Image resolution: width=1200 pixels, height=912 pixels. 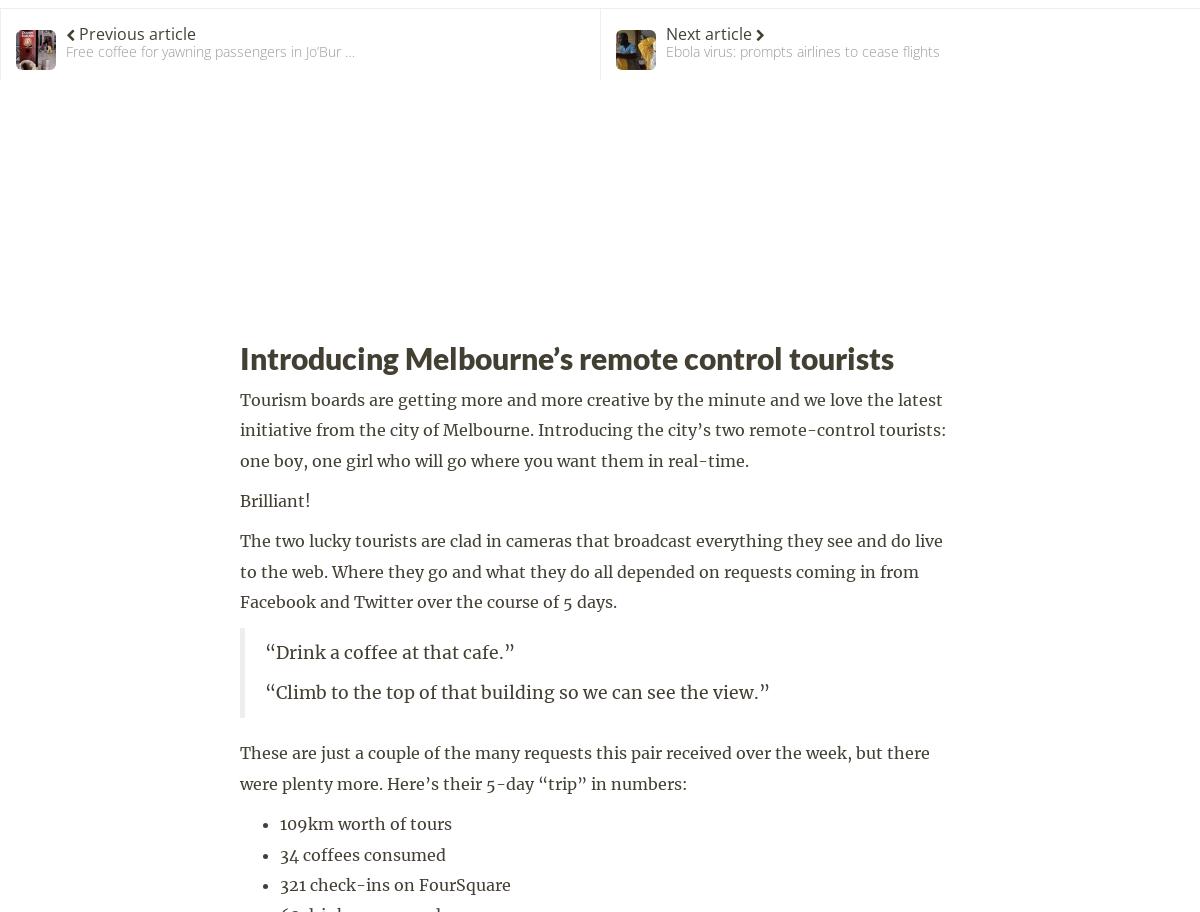 I want to click on '109km worth of tours', so click(x=366, y=822).